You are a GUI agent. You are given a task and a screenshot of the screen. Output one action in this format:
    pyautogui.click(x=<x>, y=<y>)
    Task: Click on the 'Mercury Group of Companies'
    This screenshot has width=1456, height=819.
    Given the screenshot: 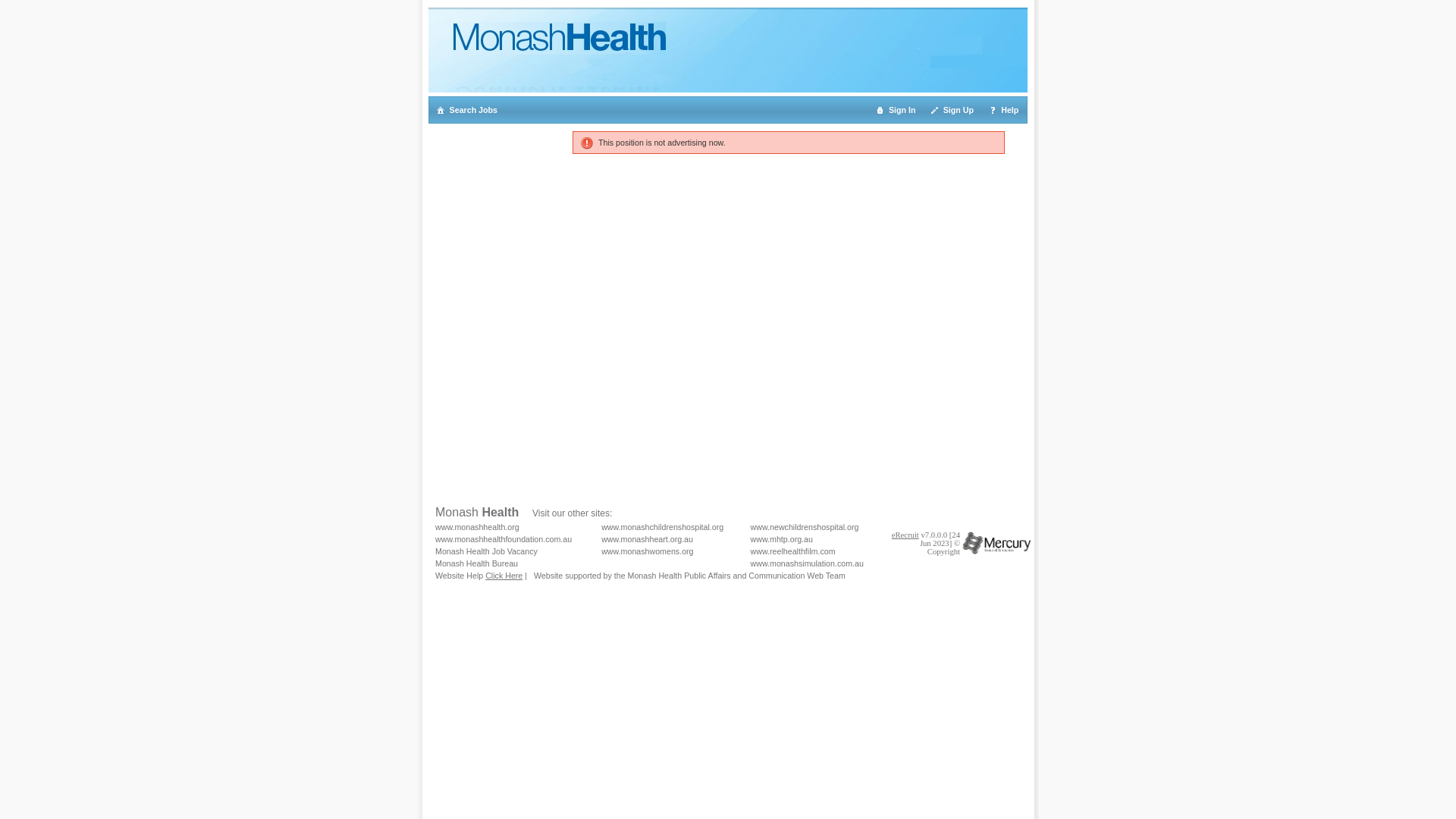 What is the action you would take?
    pyautogui.click(x=996, y=542)
    